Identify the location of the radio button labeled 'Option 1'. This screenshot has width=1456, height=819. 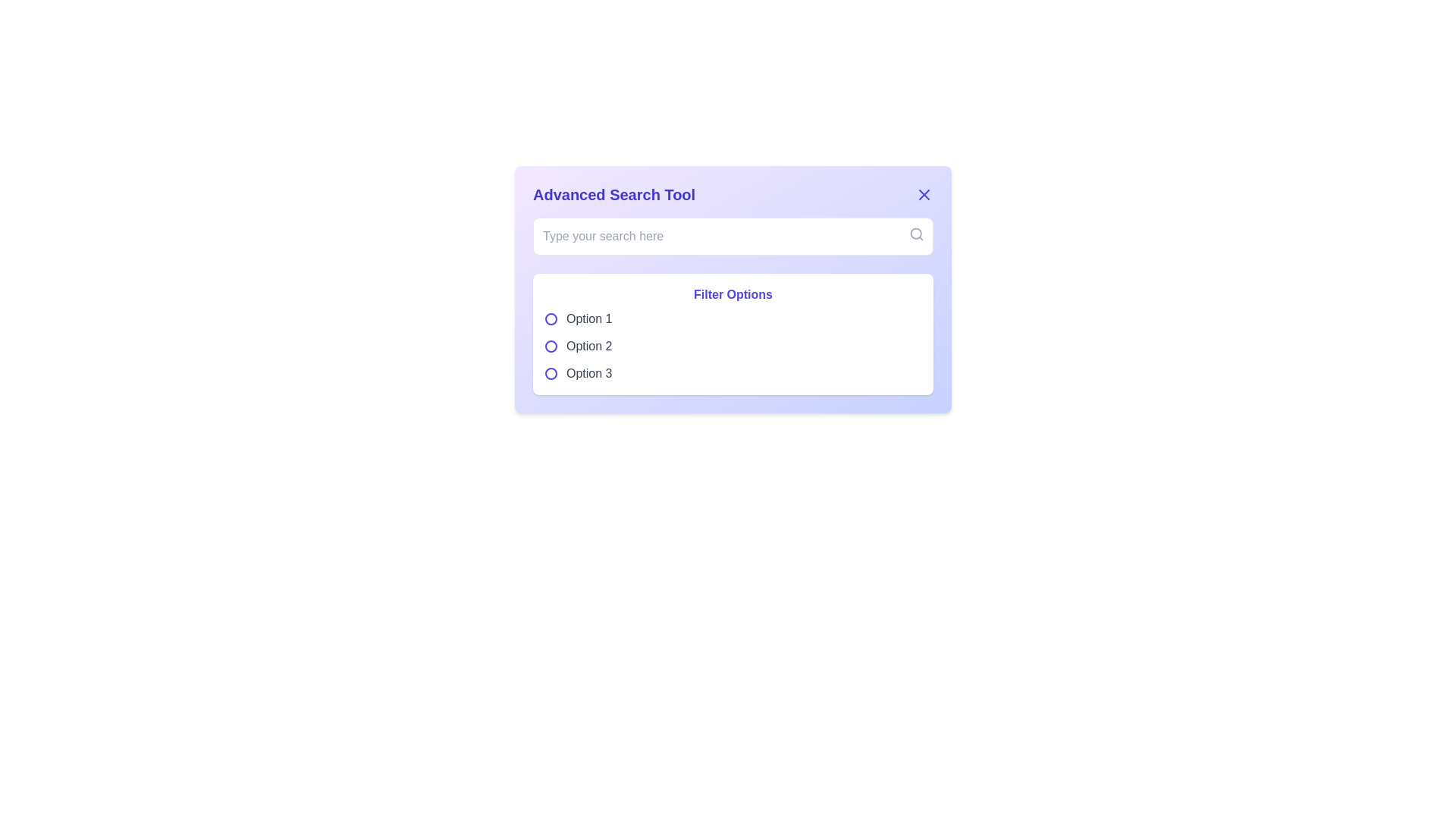
(550, 318).